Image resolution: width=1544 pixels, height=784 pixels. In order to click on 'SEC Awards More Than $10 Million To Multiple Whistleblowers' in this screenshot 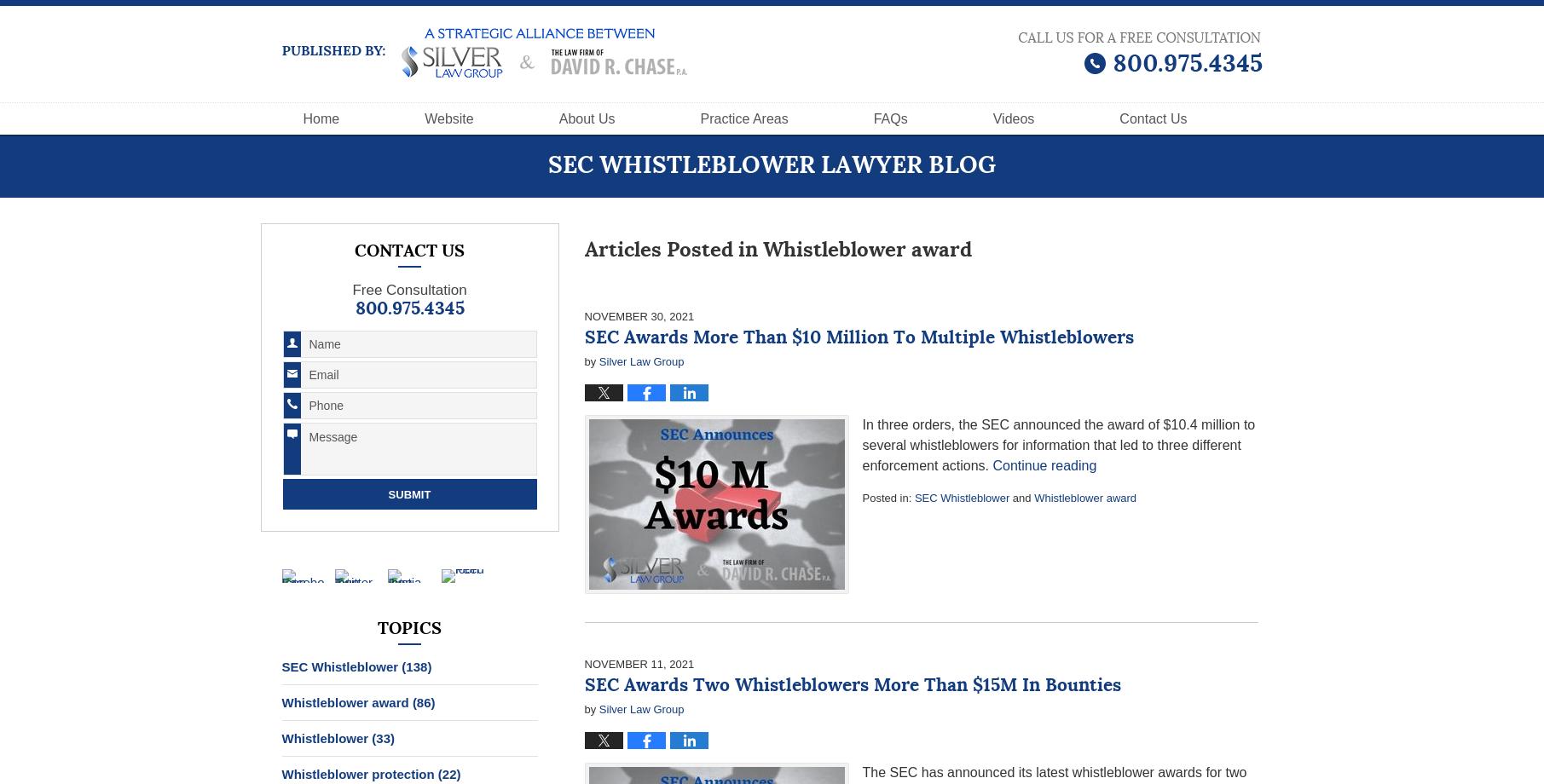, I will do `click(857, 337)`.